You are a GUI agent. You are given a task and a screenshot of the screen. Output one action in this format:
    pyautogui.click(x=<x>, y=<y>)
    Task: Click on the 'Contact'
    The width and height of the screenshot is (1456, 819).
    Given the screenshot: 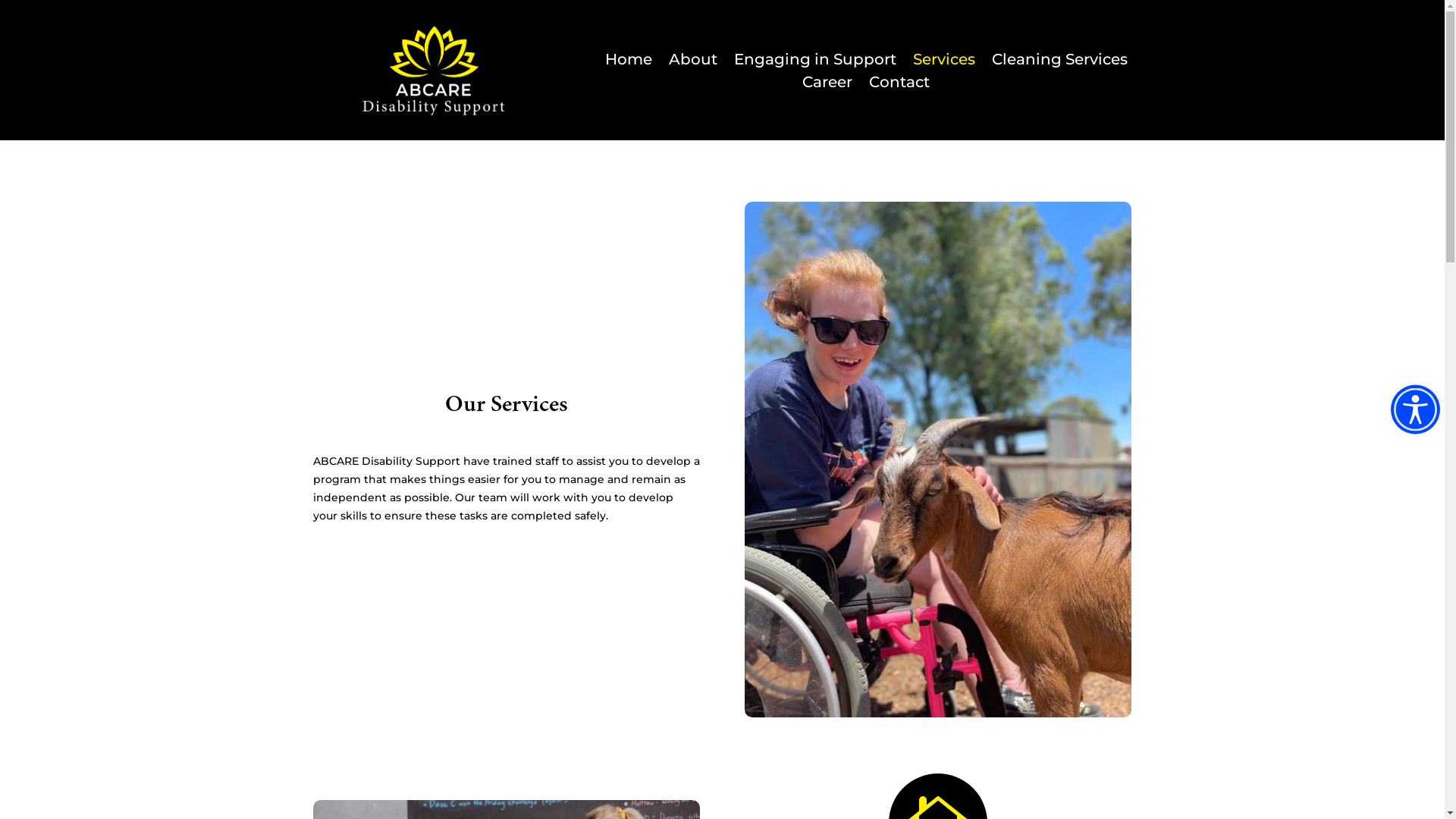 What is the action you would take?
    pyautogui.click(x=899, y=84)
    